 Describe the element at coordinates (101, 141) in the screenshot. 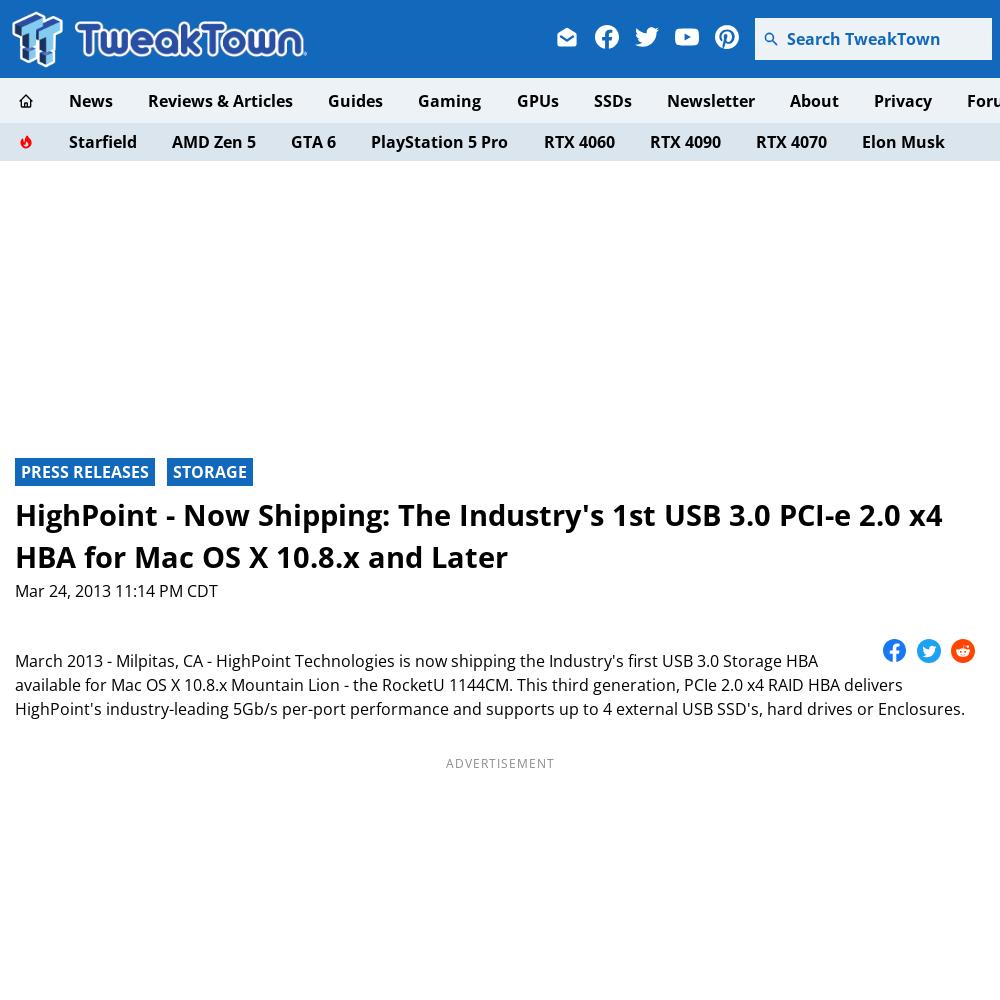

I see `'Starfield'` at that location.